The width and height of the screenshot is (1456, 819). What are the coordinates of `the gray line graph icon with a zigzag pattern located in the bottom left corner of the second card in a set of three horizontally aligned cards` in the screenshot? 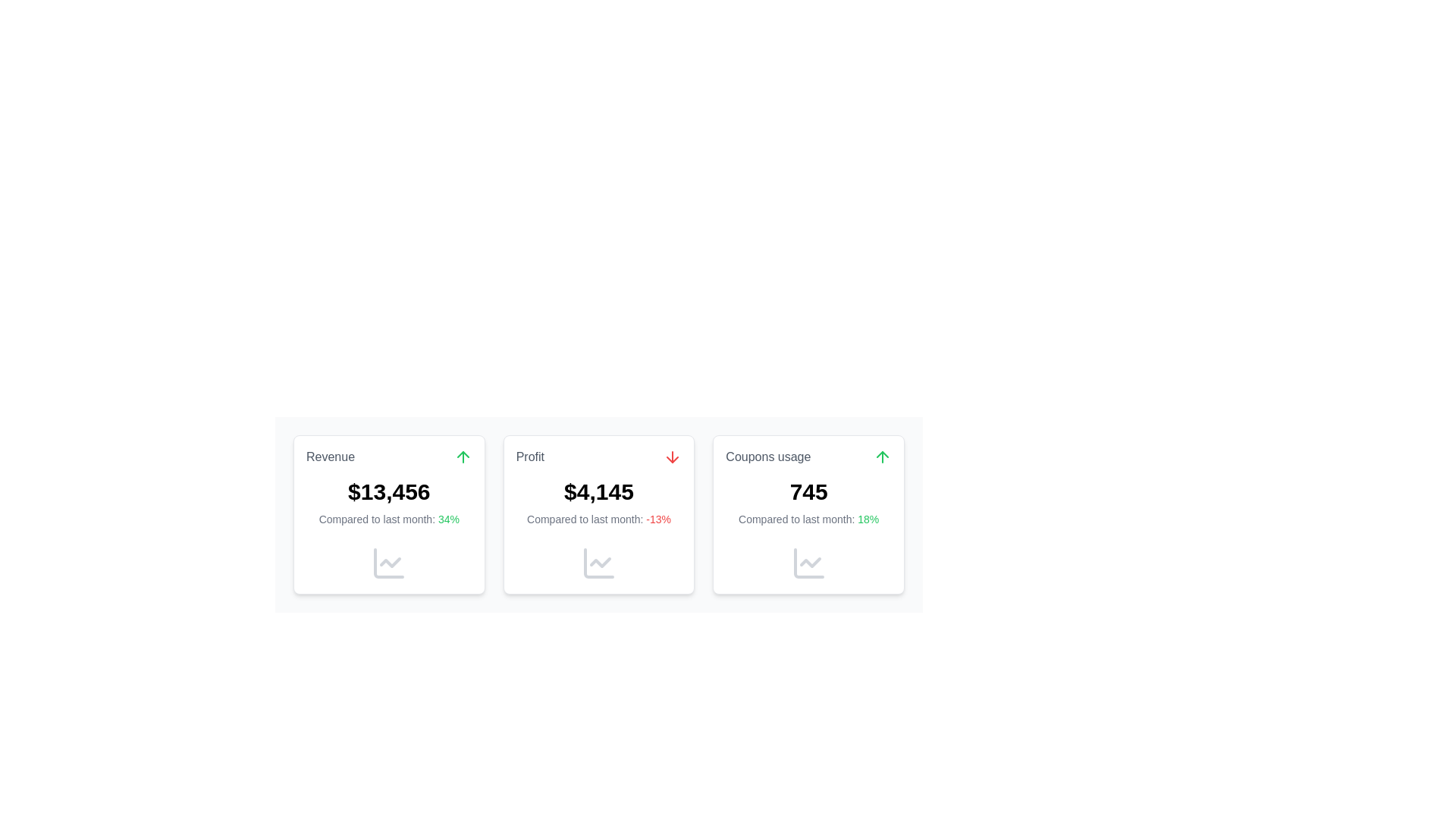 It's located at (598, 563).